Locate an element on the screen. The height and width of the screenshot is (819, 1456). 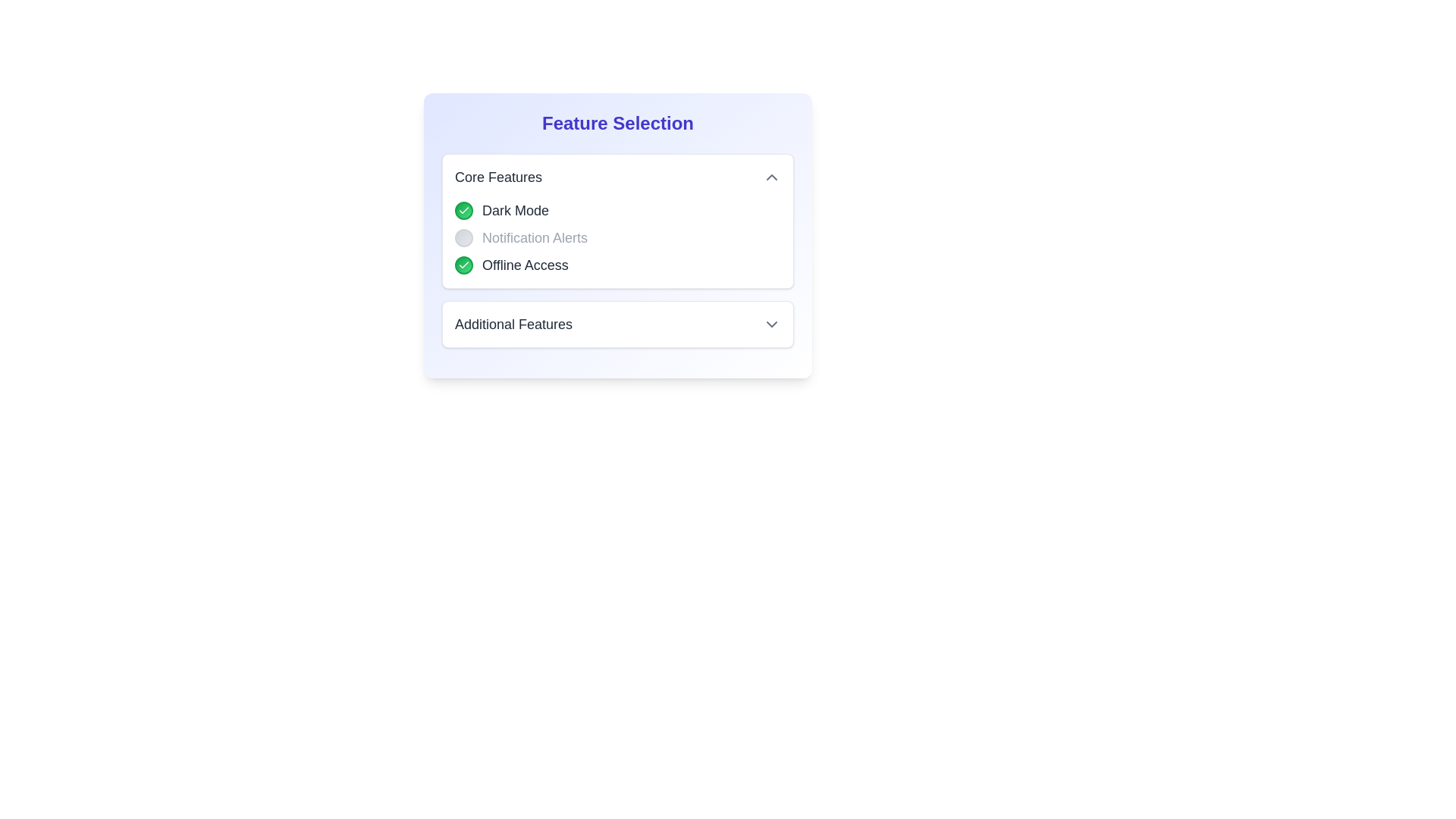
the chevron-shaped toggle icon located to the right of the 'Core Features' text in the 'Feature Selection' box is located at coordinates (771, 177).